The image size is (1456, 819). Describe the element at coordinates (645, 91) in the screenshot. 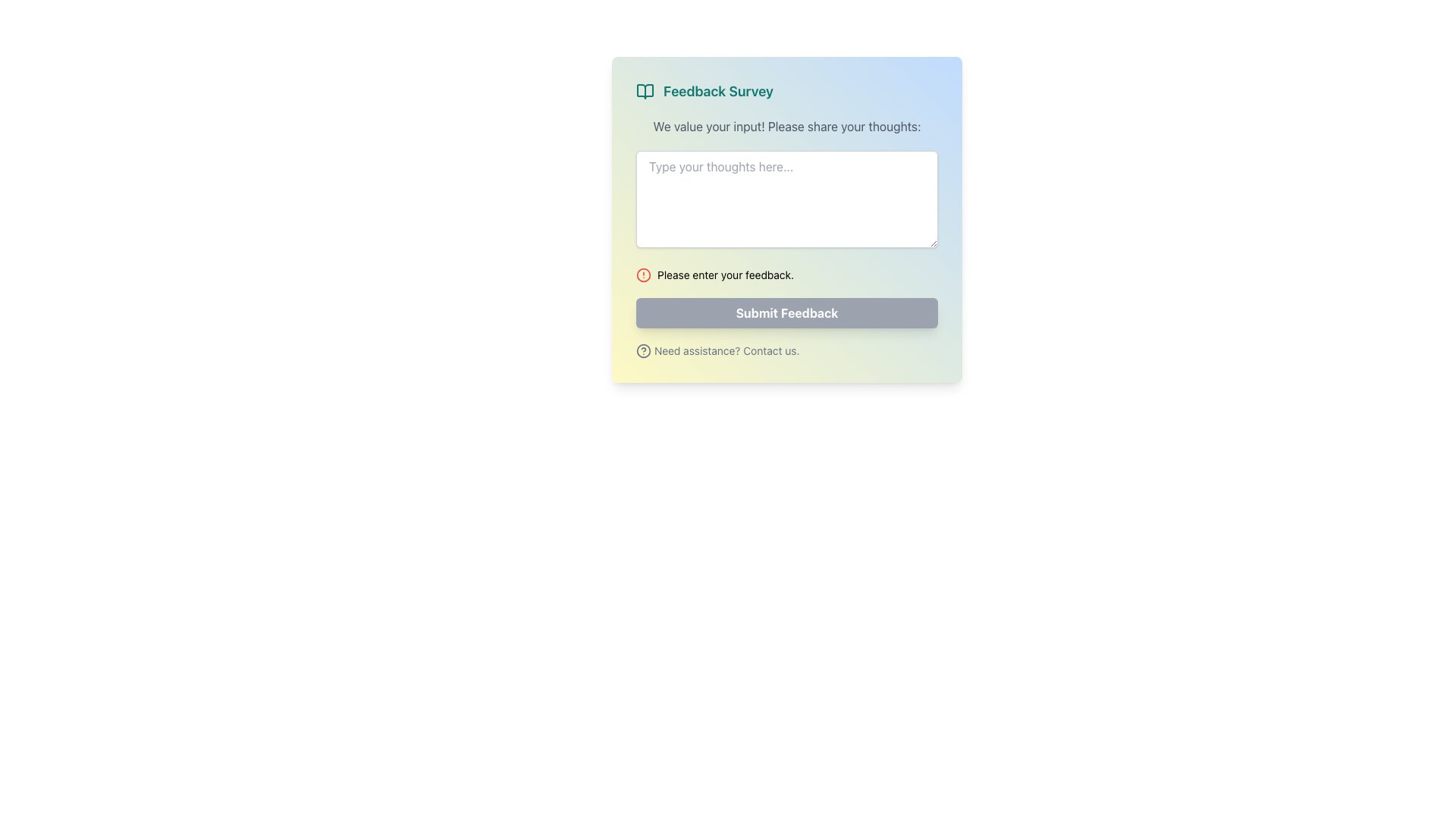

I see `the right half of the open book icon representing the feedback or survey feature in the left pane of the survey modal` at that location.